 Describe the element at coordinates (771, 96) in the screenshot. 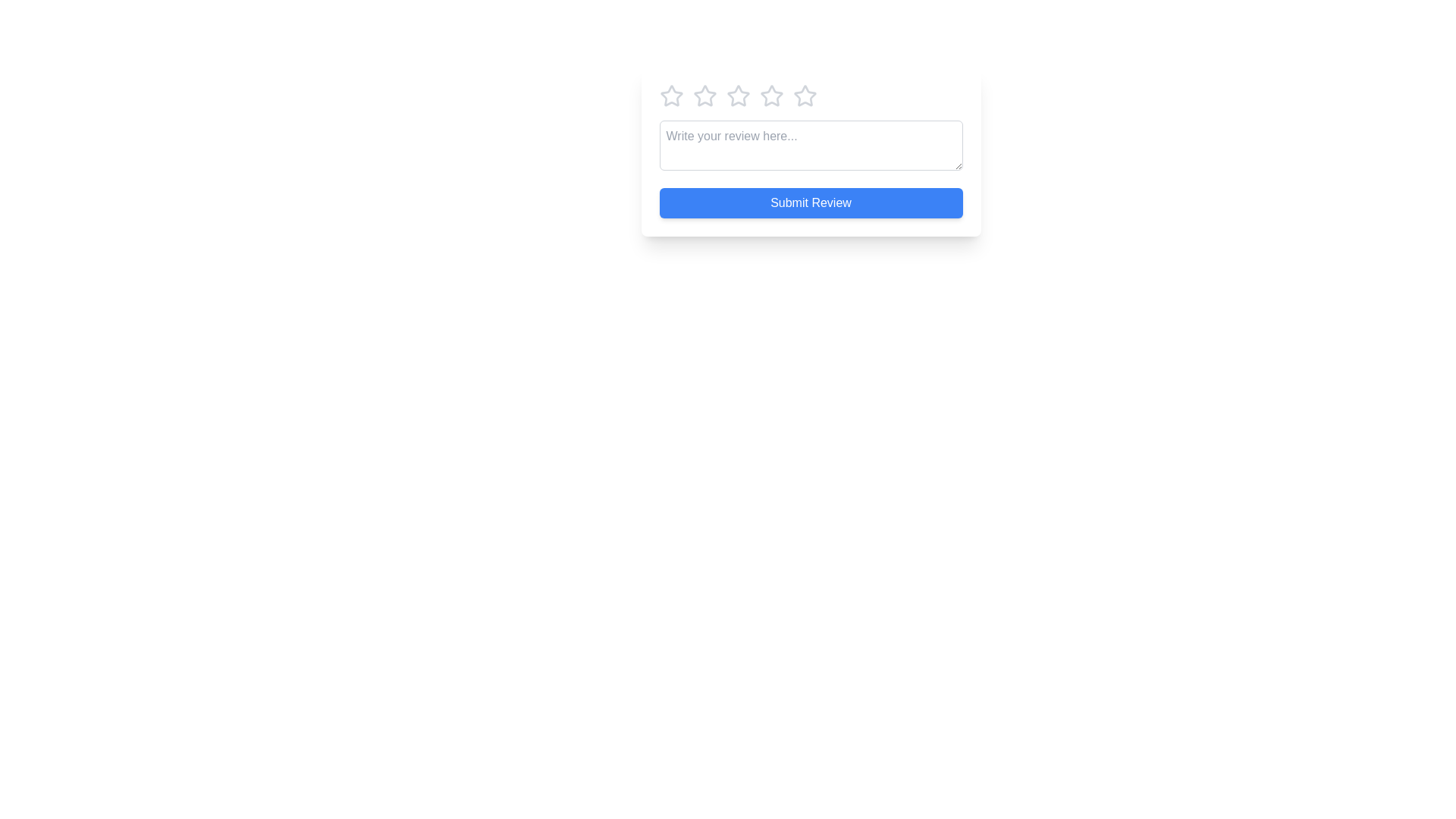

I see `the fifth rating star icon located on the top-right side of the panel above the text input field and the blue 'Submit Review' button to provide feedback` at that location.